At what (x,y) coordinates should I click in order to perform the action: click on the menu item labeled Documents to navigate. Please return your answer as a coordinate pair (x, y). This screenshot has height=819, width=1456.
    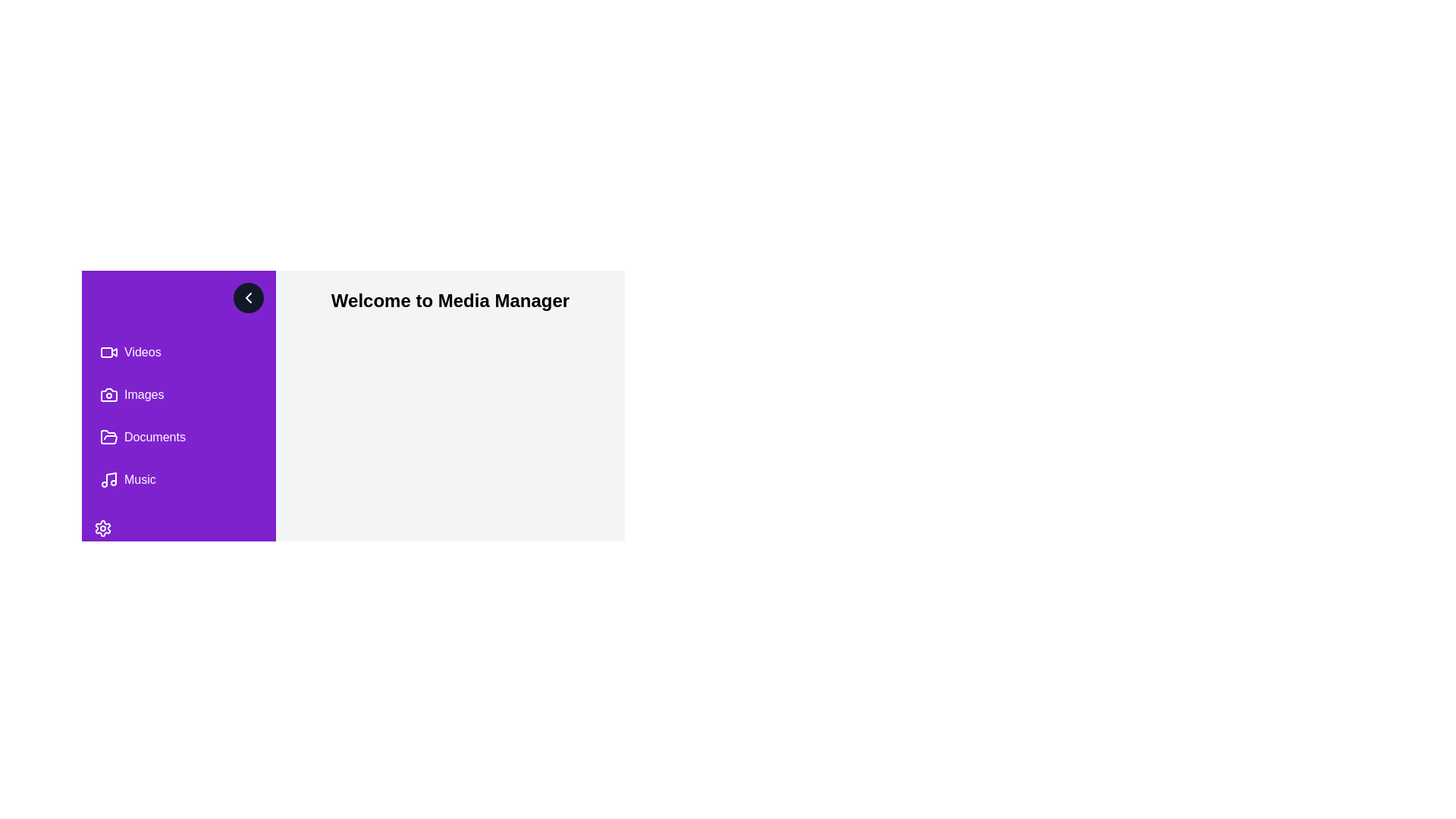
    Looking at the image, I should click on (178, 438).